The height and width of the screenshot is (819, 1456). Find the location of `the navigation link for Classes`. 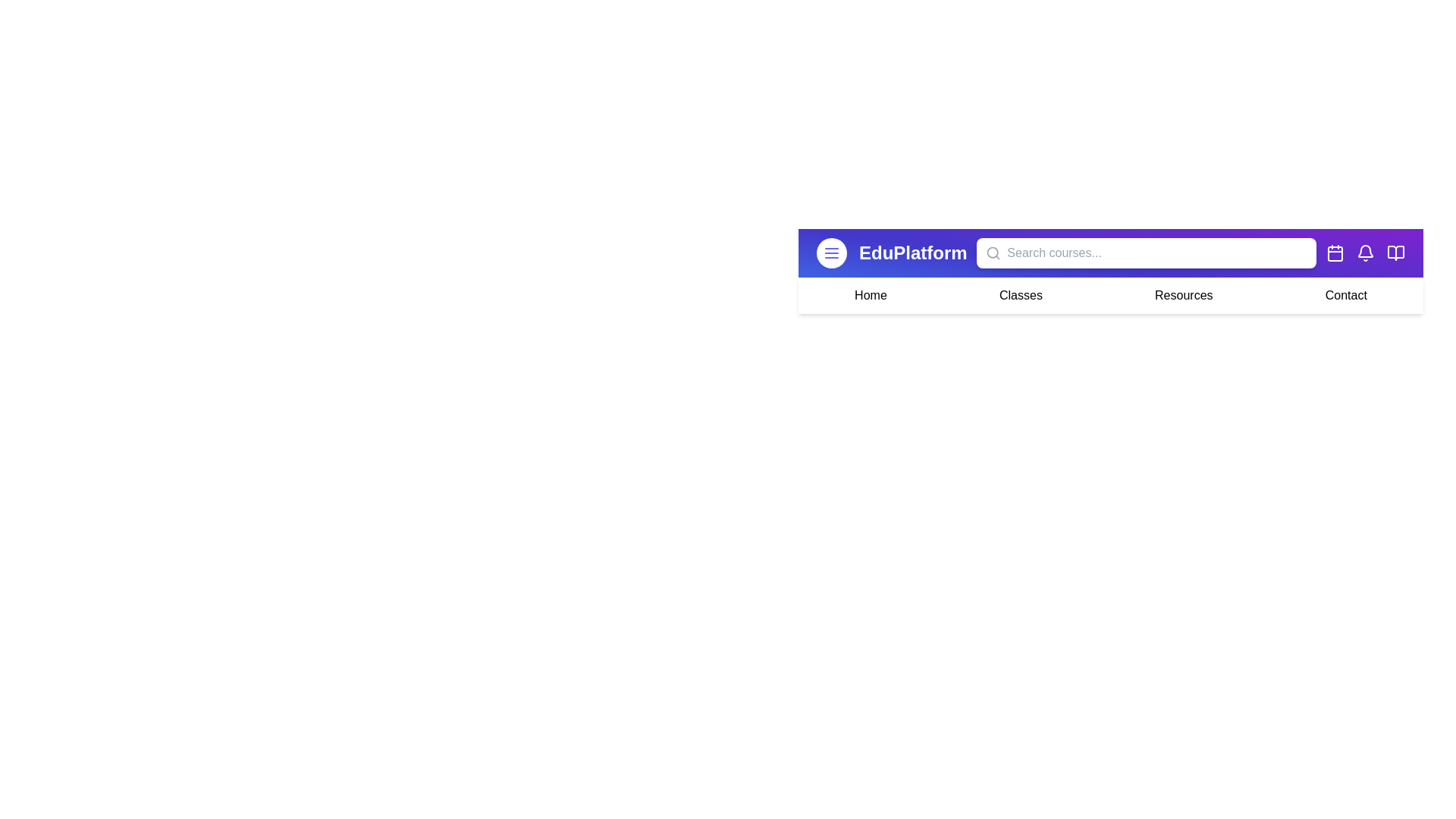

the navigation link for Classes is located at coordinates (1020, 295).